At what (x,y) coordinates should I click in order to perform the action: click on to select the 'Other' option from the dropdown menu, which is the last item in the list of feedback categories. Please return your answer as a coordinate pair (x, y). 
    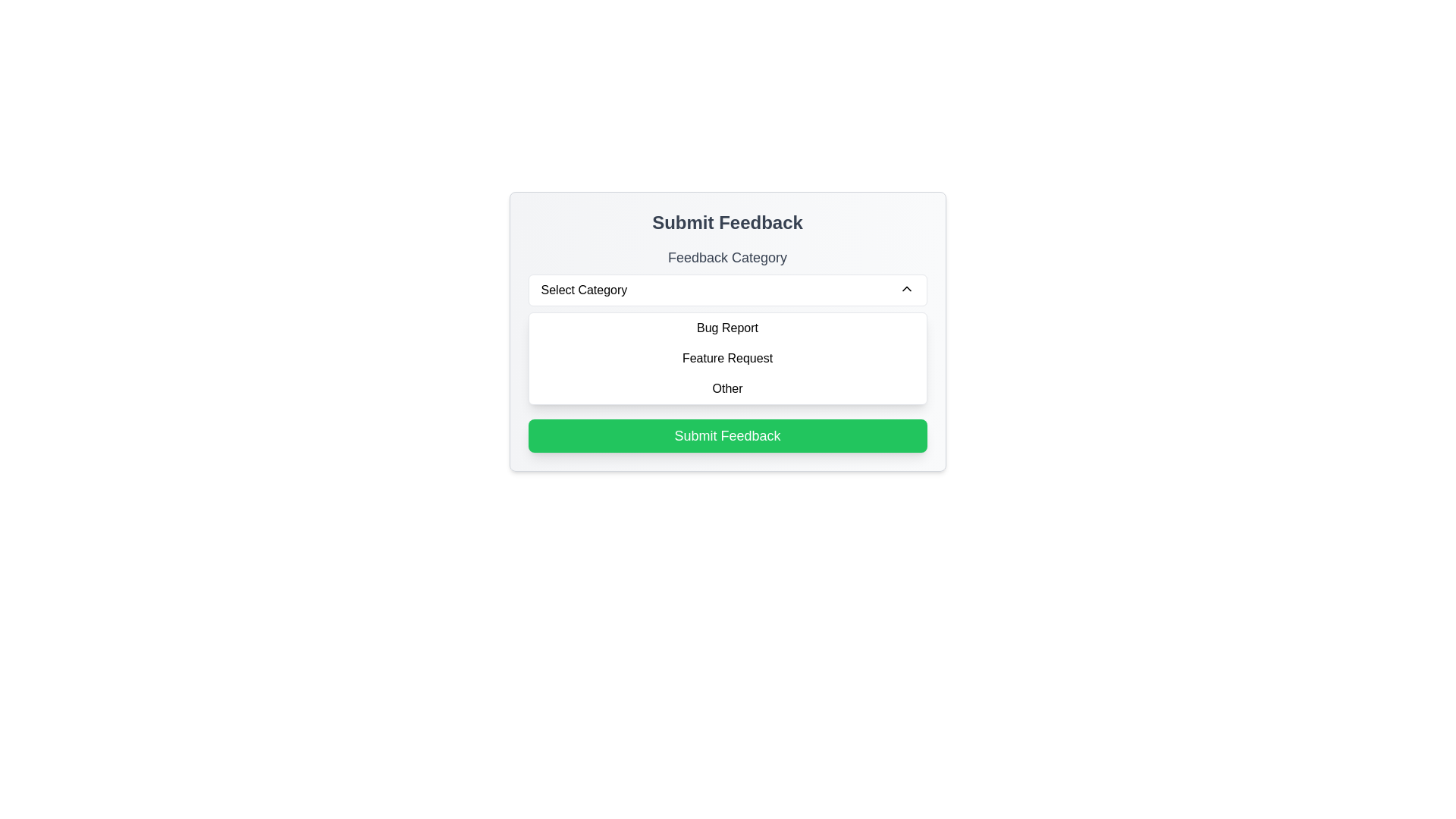
    Looking at the image, I should click on (726, 388).